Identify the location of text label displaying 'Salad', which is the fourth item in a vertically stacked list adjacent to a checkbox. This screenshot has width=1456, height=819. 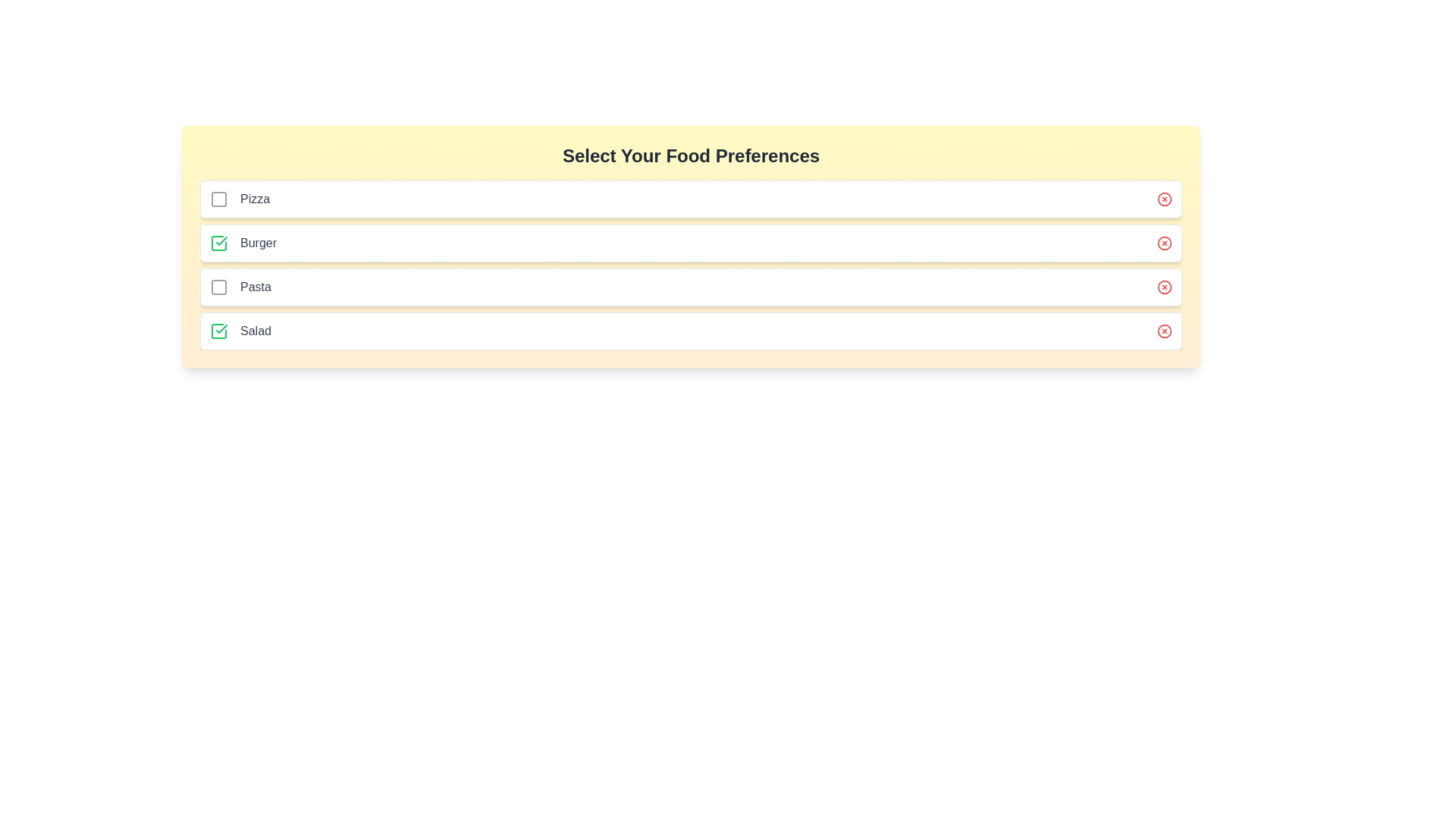
(240, 330).